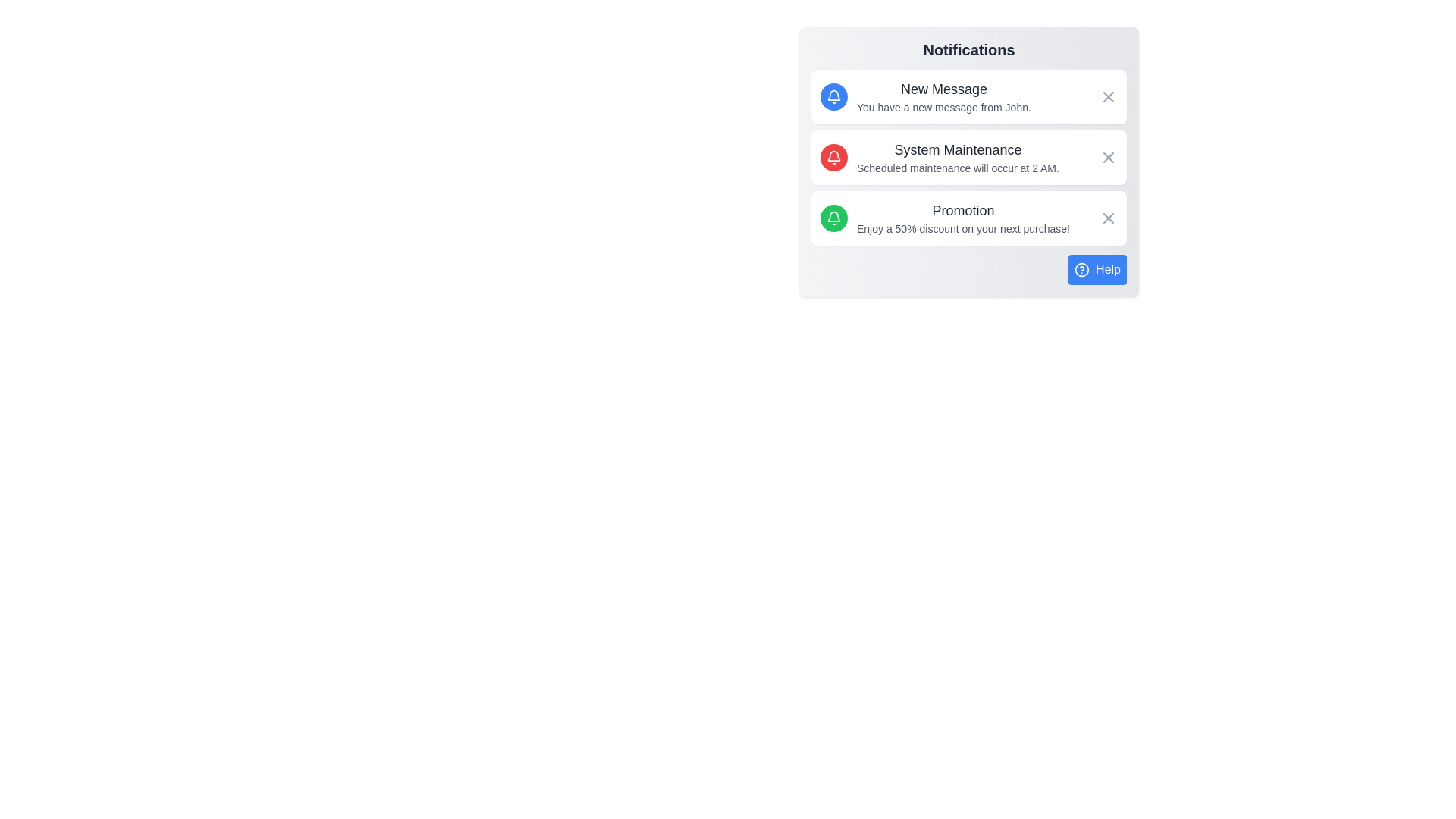 The height and width of the screenshot is (819, 1456). What do you see at coordinates (943, 107) in the screenshot?
I see `the text content that states 'You have a new message from John.' located in the 'Notifications' section under the heading 'New Message'` at bounding box center [943, 107].